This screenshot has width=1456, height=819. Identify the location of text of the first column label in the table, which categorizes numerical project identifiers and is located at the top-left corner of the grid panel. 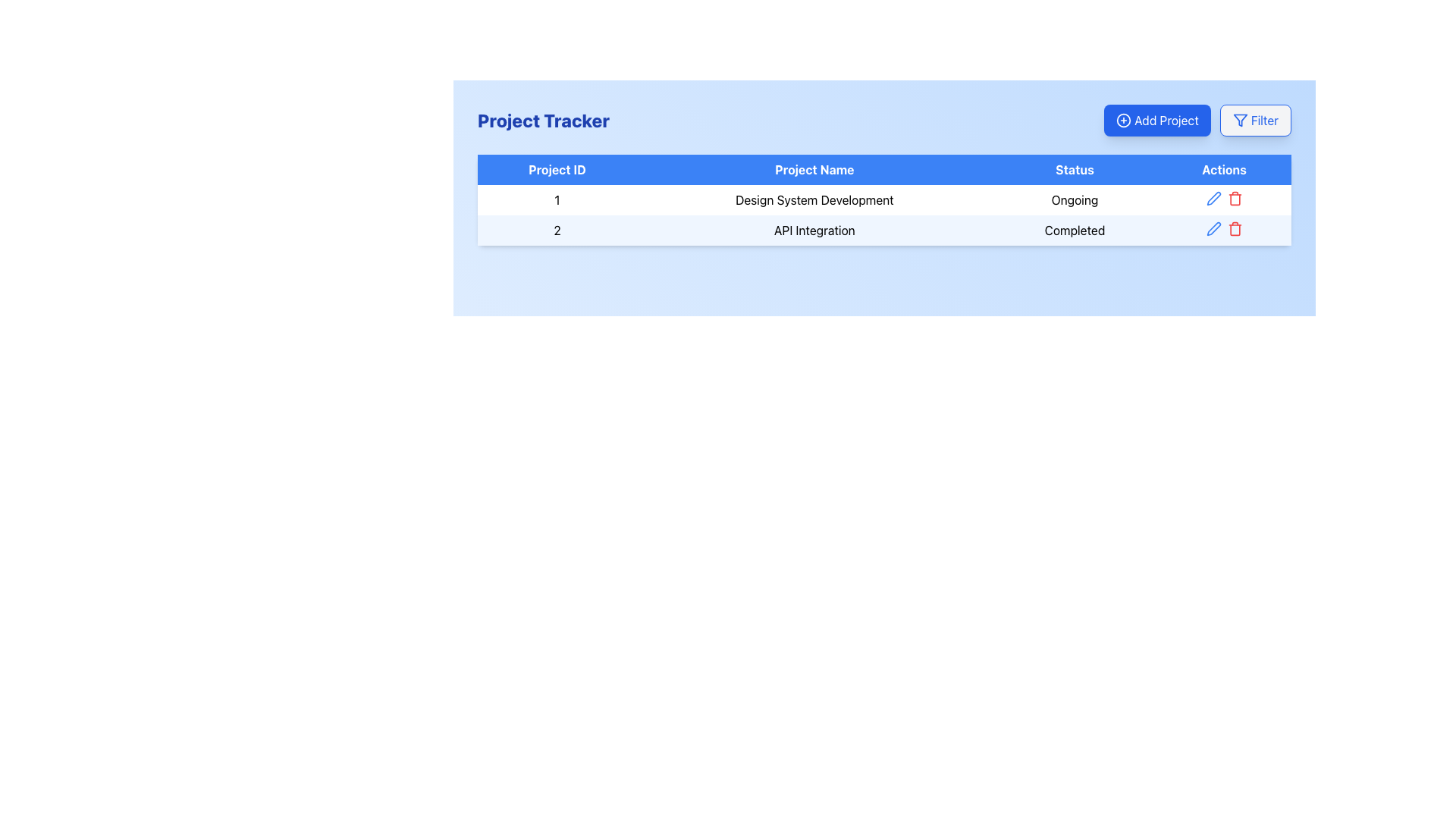
(556, 169).